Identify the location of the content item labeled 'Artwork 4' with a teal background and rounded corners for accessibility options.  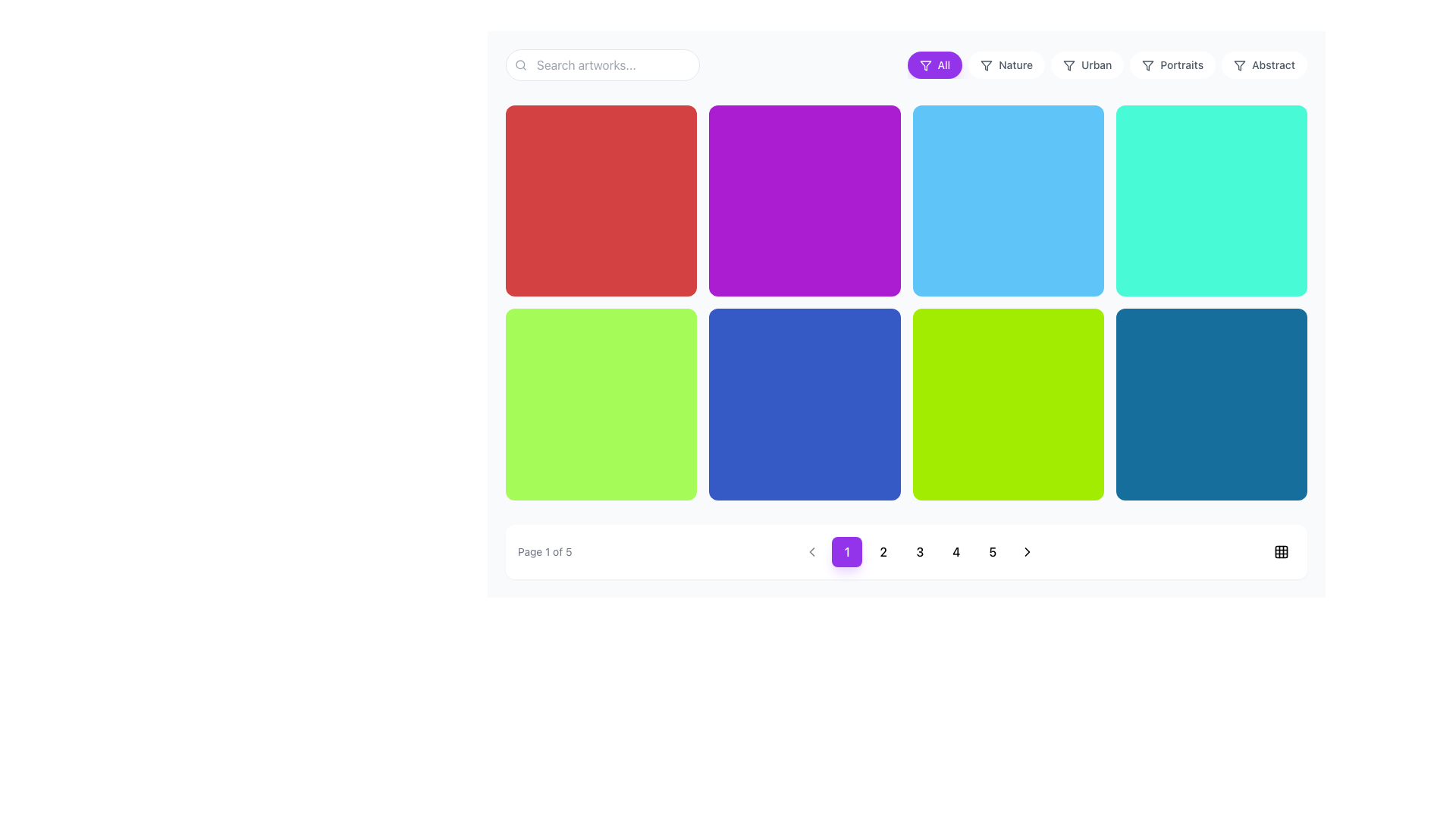
(1210, 200).